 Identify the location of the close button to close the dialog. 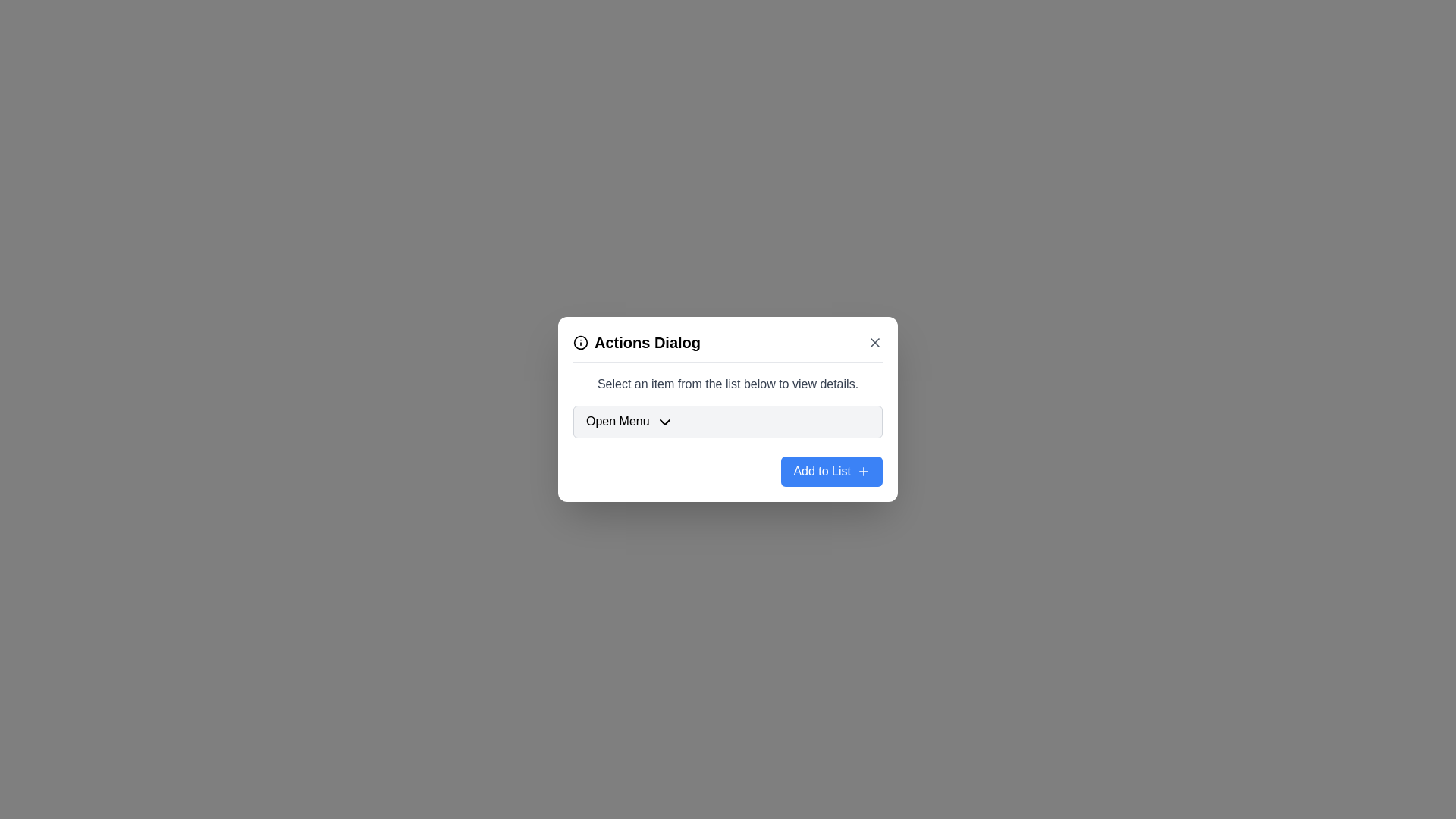
(874, 342).